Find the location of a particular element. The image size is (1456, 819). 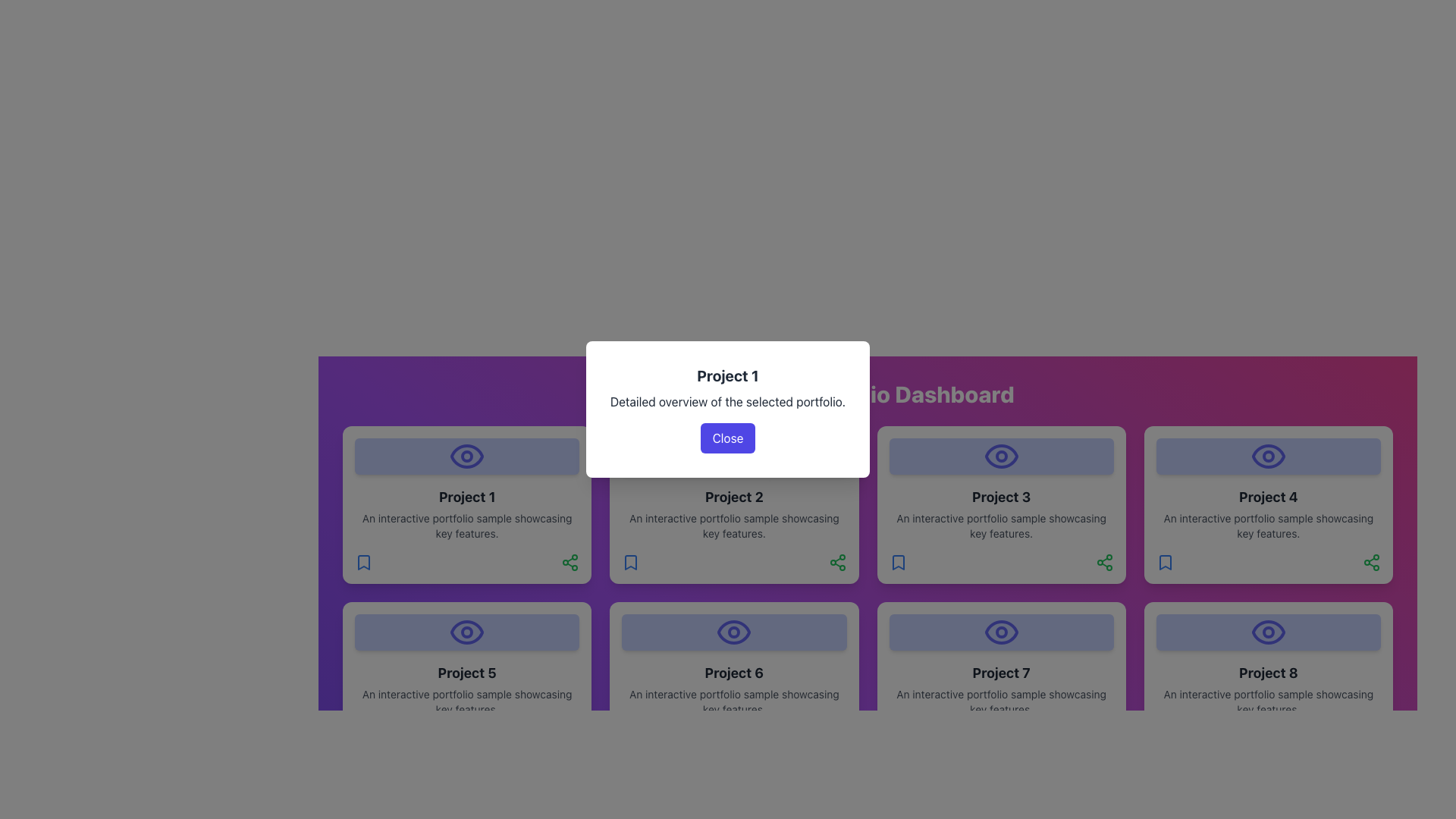

the text element providing a brief description of 'Project 7', located directly below the title text in the last column of the second row in the grid structure is located at coordinates (1001, 701).